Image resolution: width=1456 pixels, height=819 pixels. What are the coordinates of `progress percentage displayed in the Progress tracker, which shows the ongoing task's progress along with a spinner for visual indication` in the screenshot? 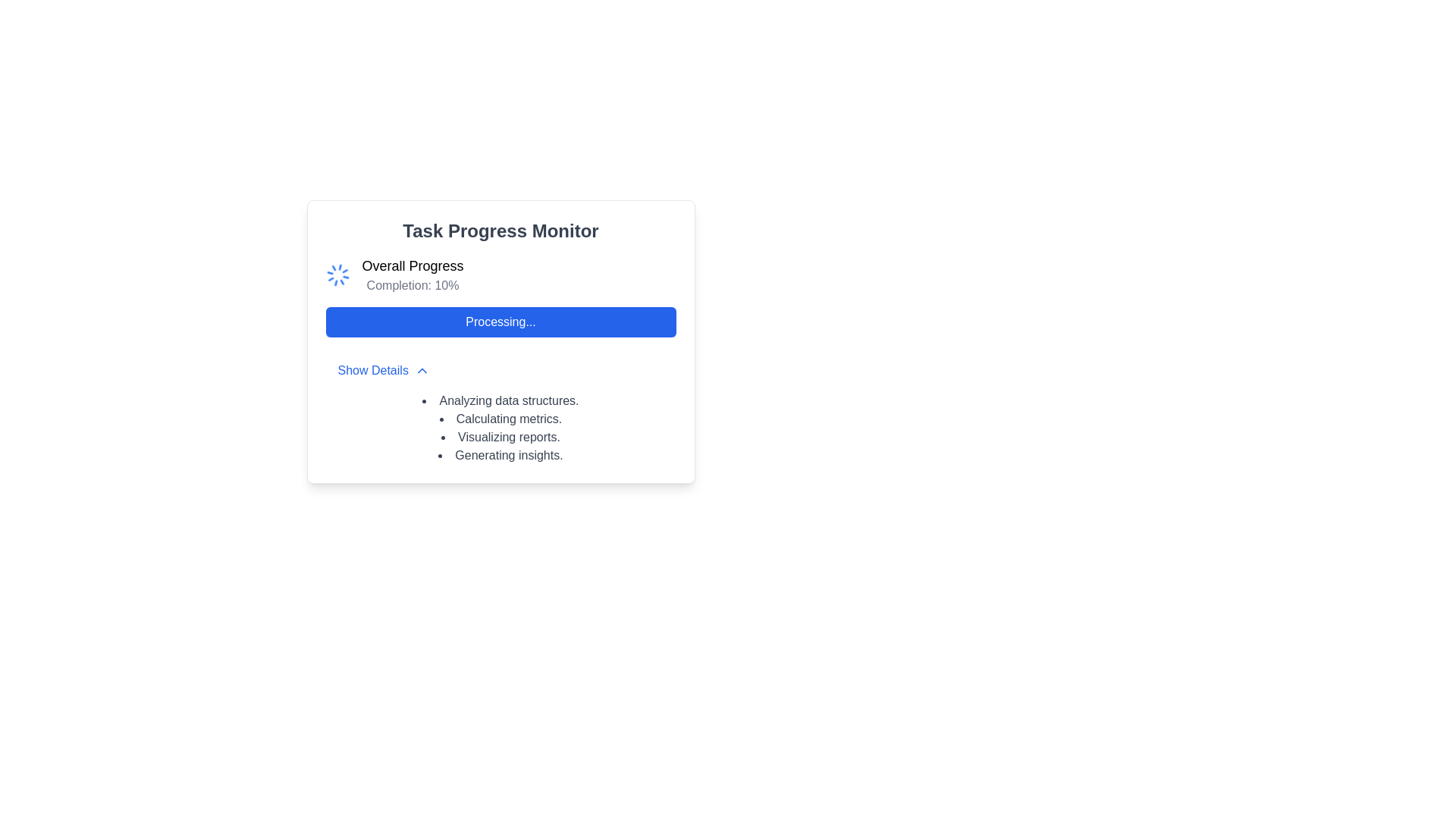 It's located at (500, 275).